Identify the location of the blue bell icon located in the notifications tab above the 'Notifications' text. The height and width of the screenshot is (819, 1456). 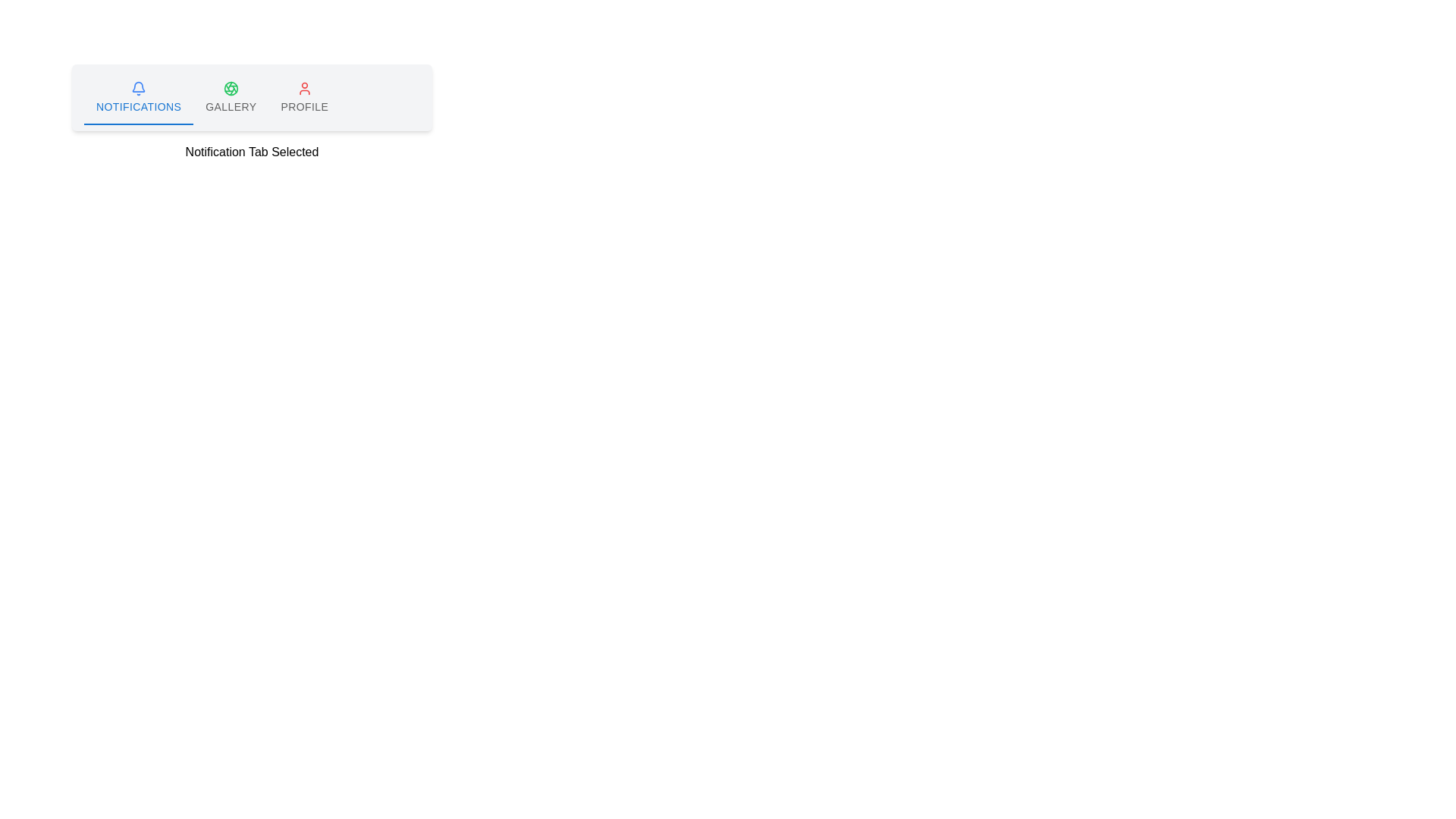
(139, 89).